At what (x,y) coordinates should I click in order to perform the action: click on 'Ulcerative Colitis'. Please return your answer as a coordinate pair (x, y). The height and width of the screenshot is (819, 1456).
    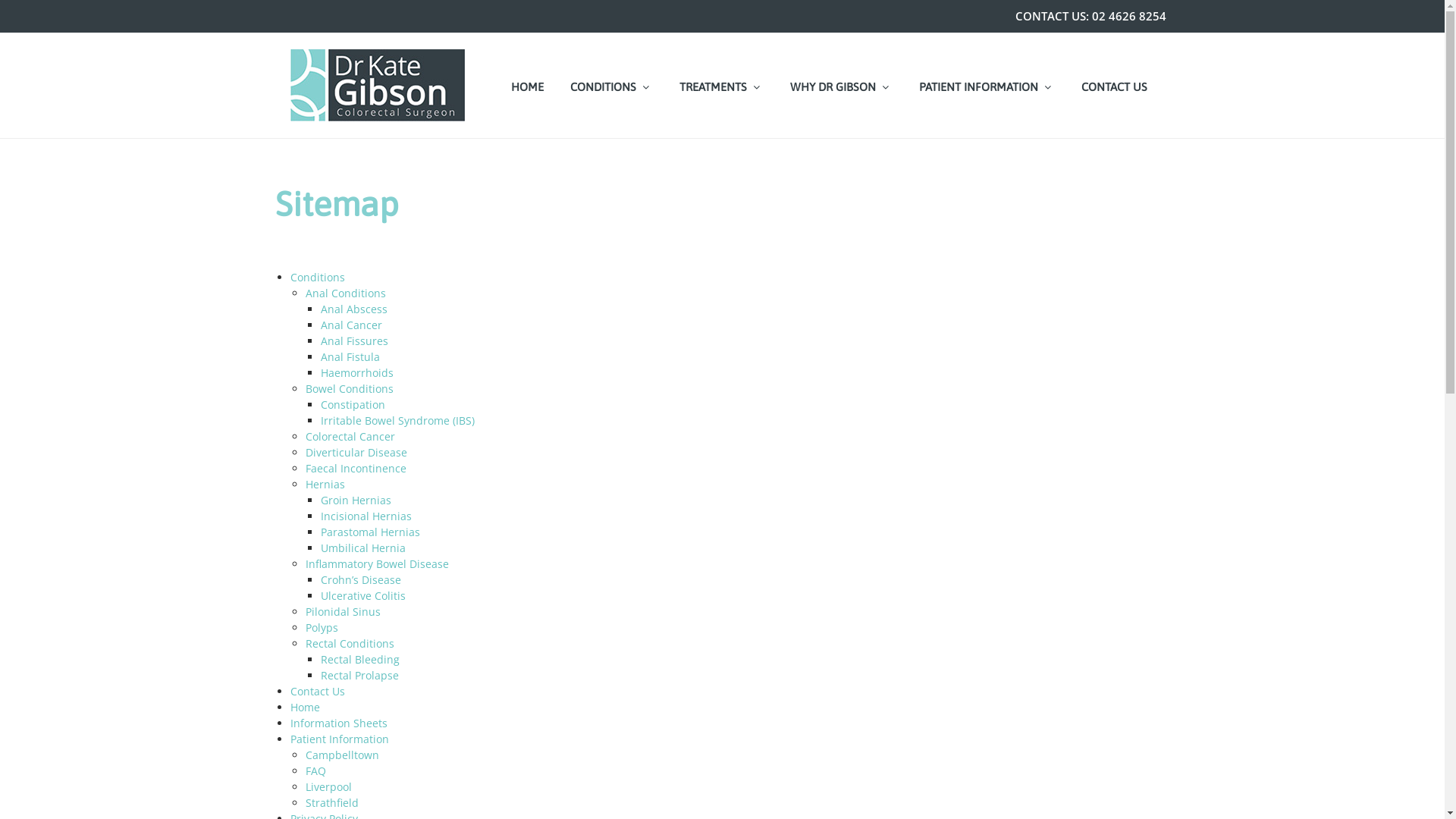
    Looking at the image, I should click on (362, 595).